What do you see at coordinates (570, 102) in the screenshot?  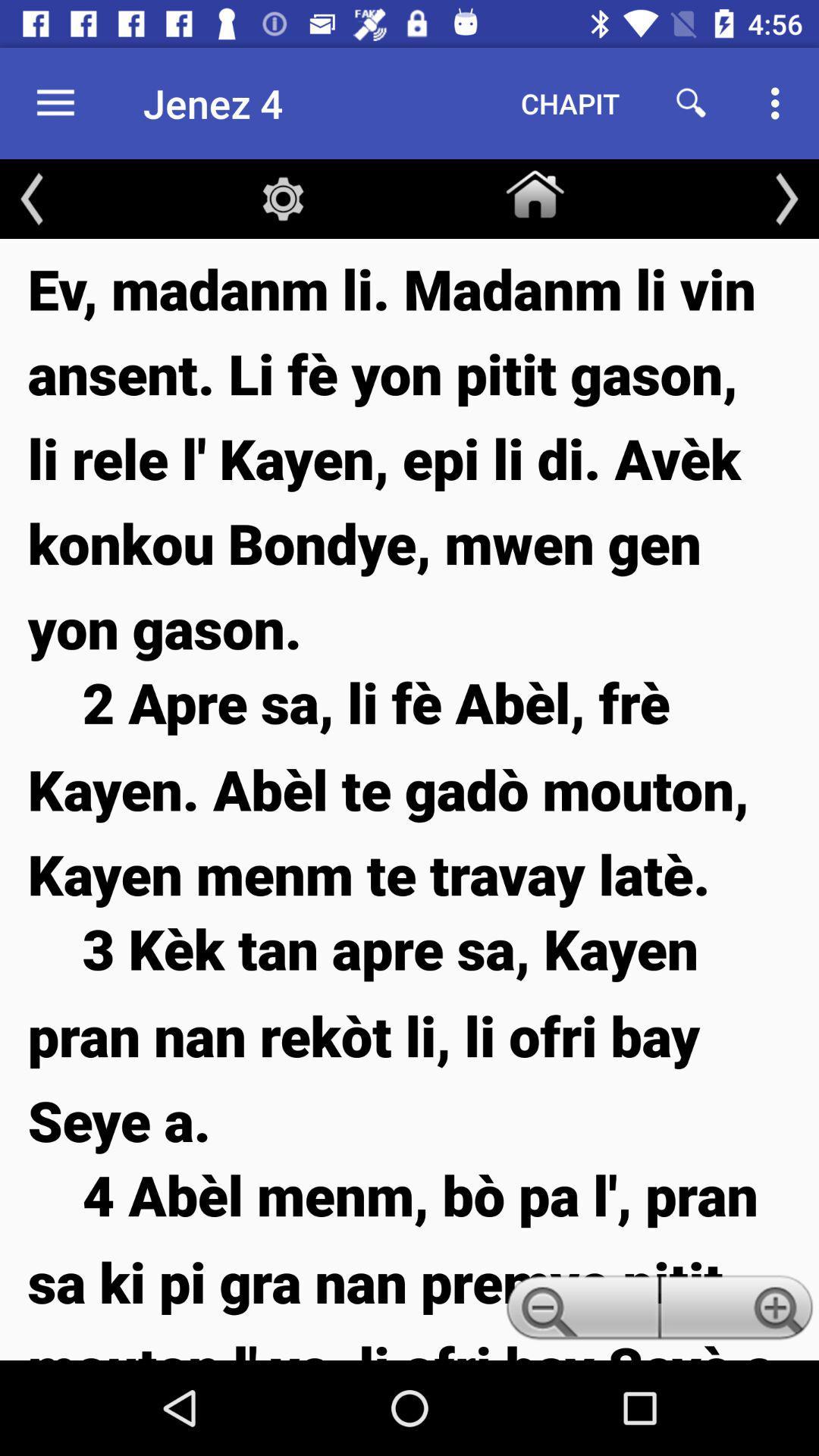 I see `icon next to the jenez 4` at bounding box center [570, 102].